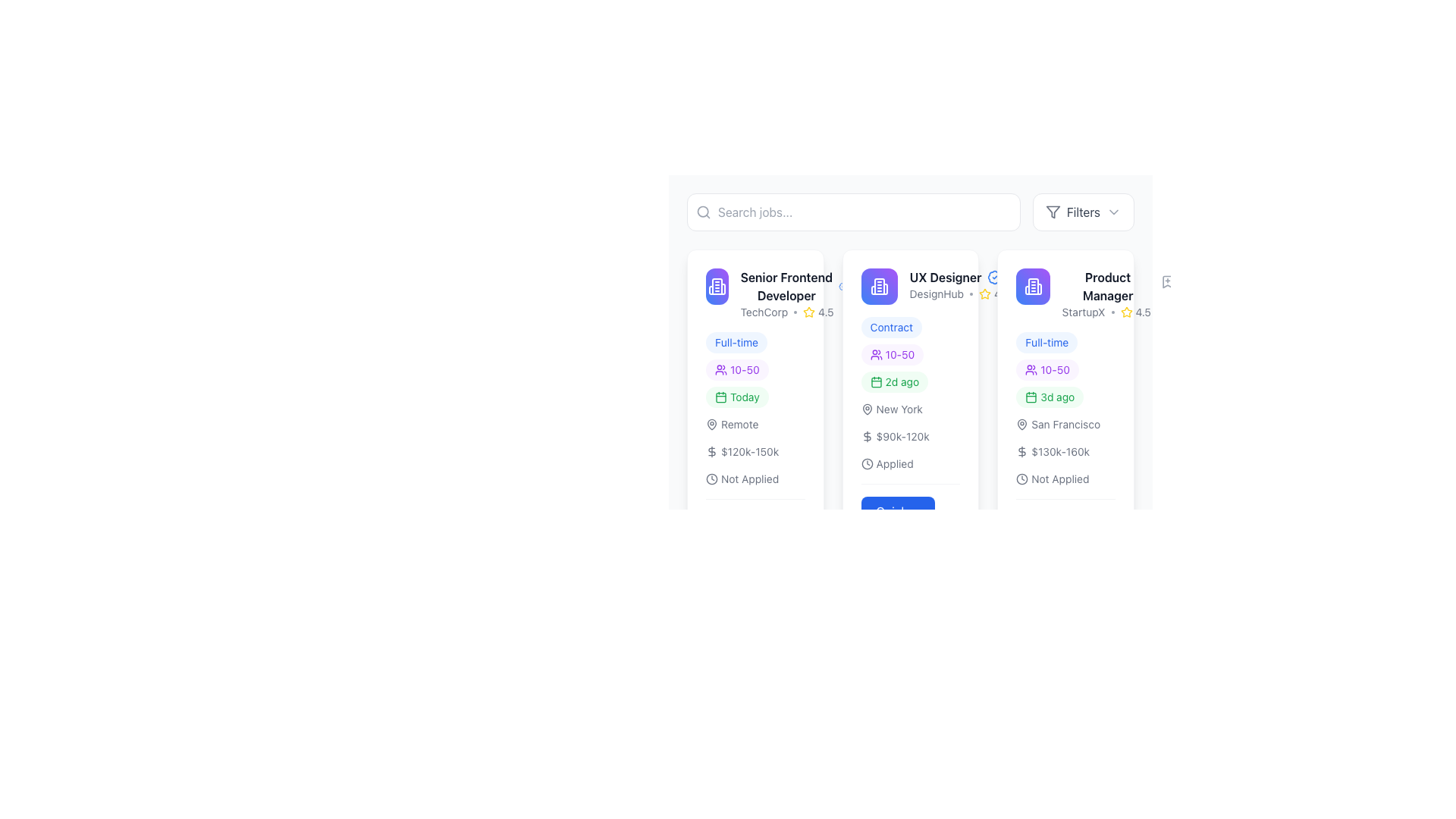  I want to click on text of the time elapsed badge located under the '10-50' badge in the horizontal row of tags for the 'Product Manager' job listing, so click(1049, 397).